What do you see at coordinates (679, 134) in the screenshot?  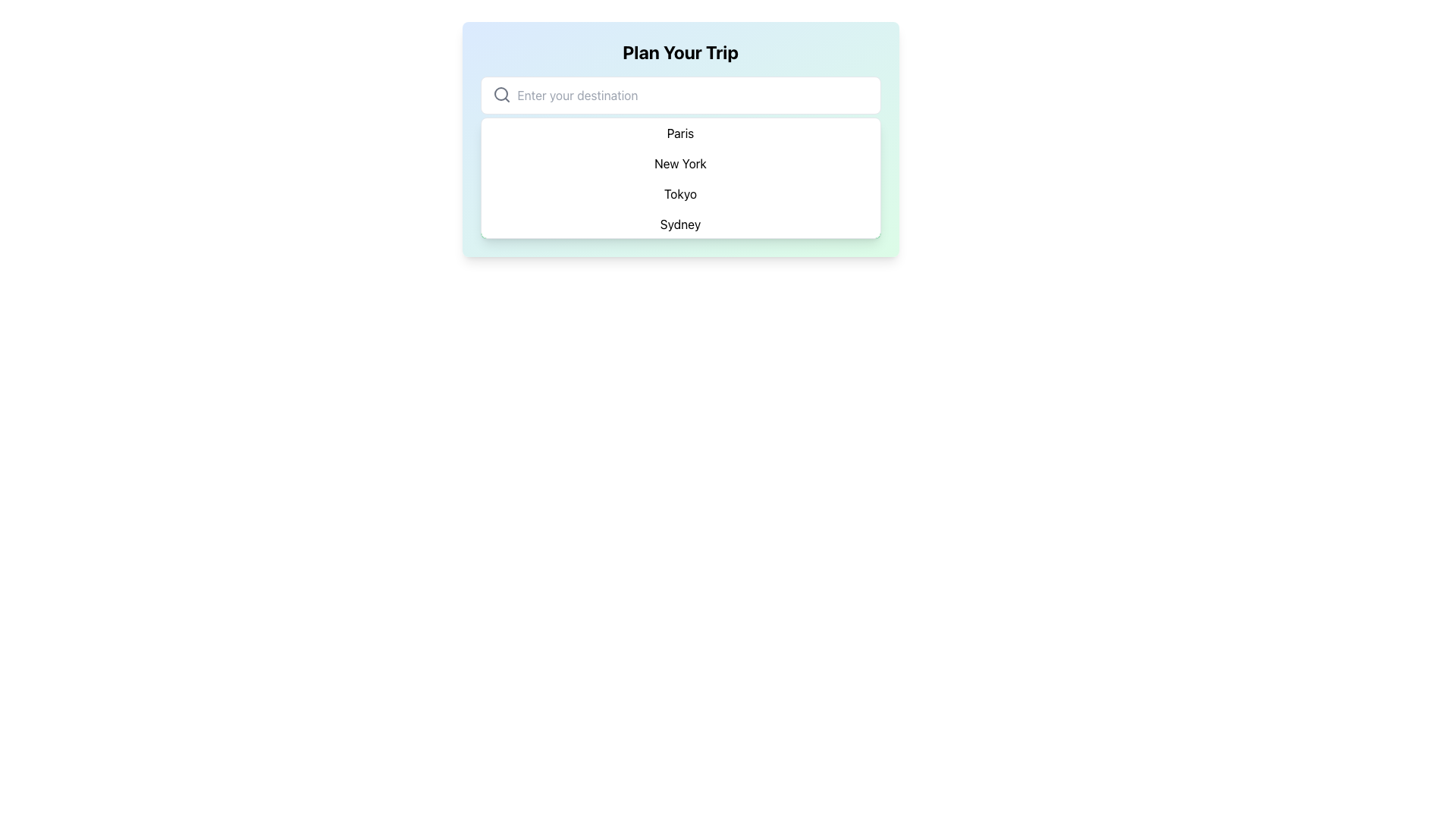 I see `the first selectable option in the list below the search input field` at bounding box center [679, 134].